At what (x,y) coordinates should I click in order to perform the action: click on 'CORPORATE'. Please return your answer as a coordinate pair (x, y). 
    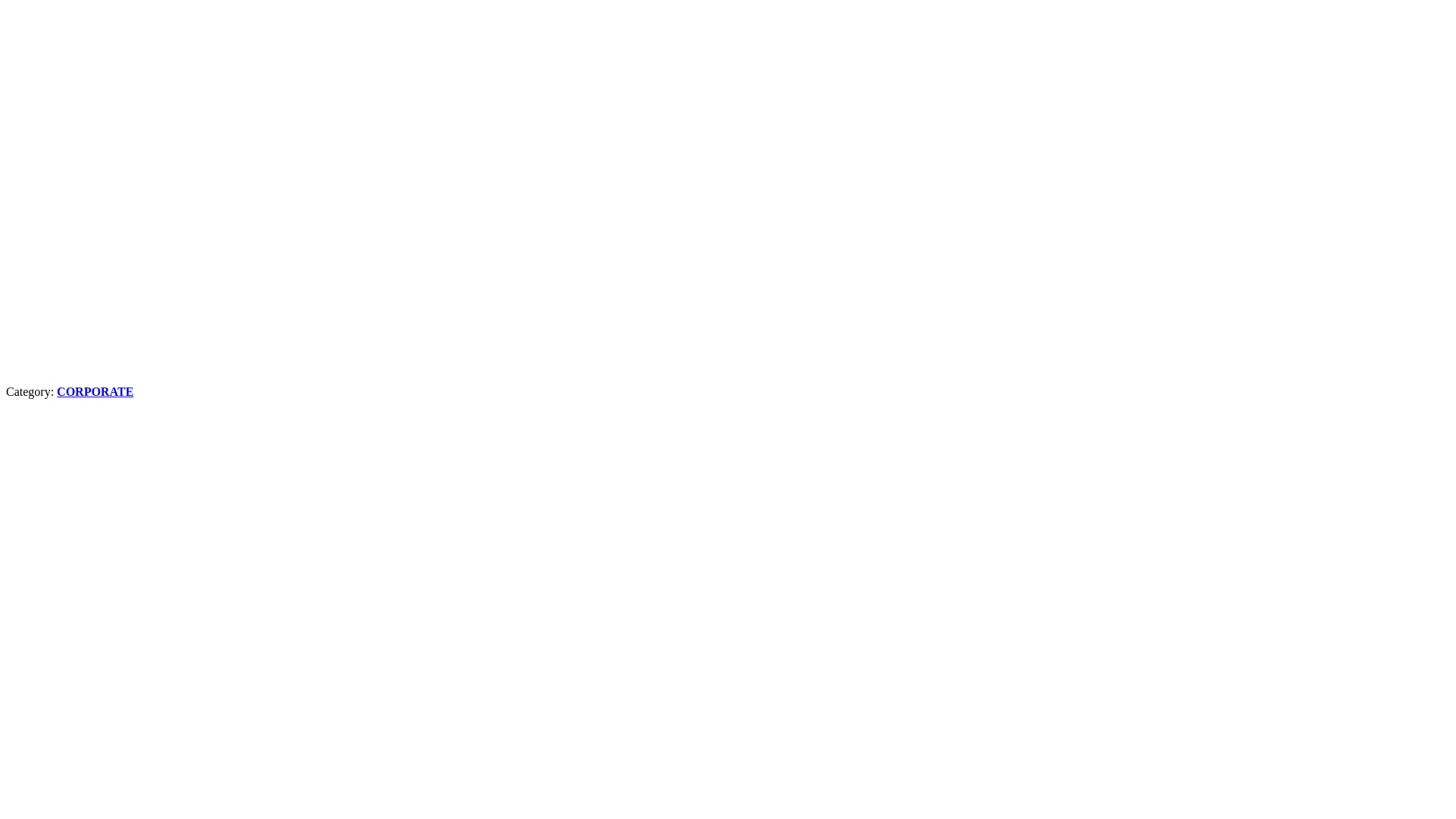
    Looking at the image, I should click on (94, 391).